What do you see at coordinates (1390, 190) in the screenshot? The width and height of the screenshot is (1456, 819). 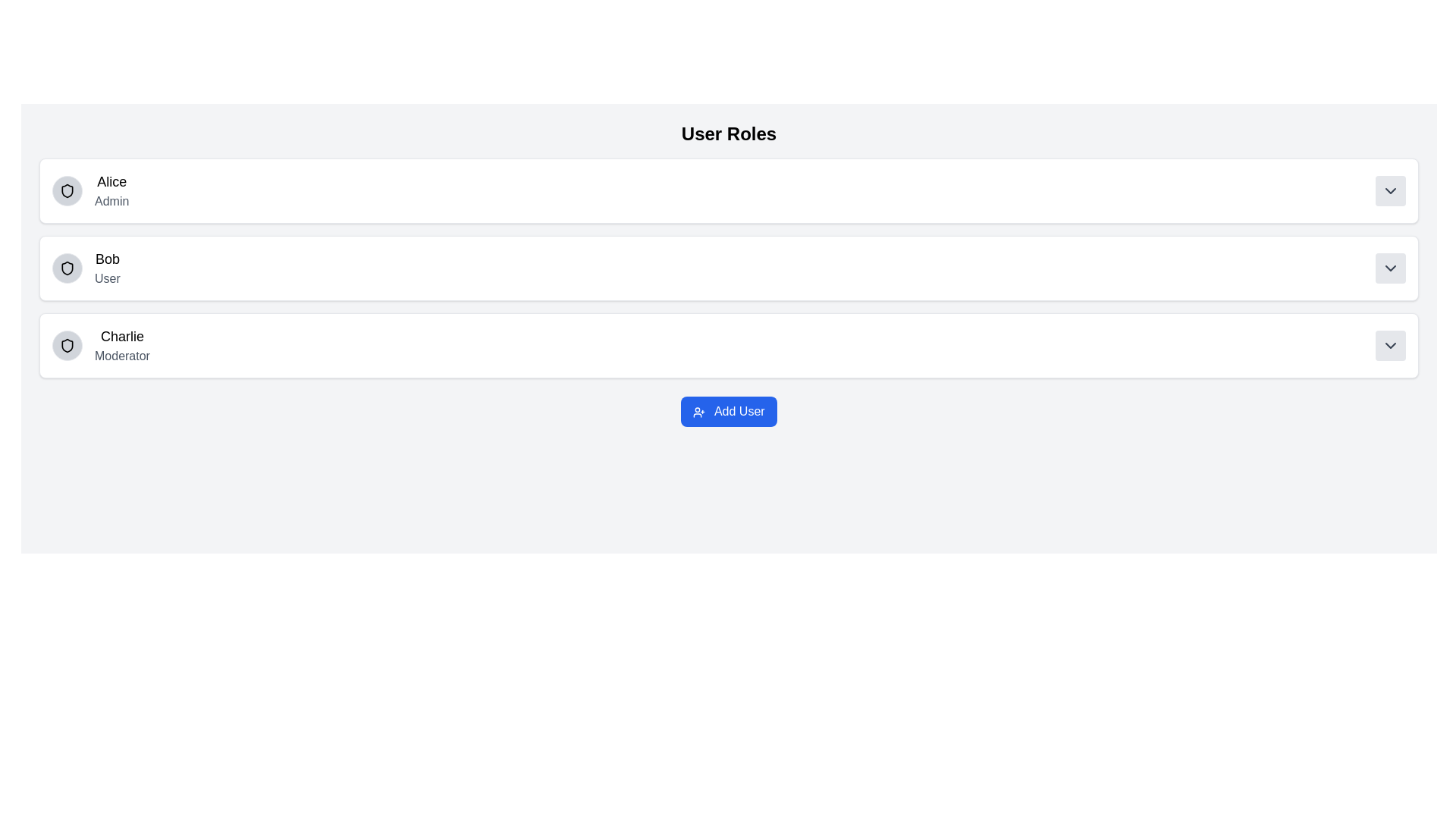 I see `the Dropdown button with a light gray background and rounded corners located at the far right side of the row corresponding to 'AliceAdmin'` at bounding box center [1390, 190].